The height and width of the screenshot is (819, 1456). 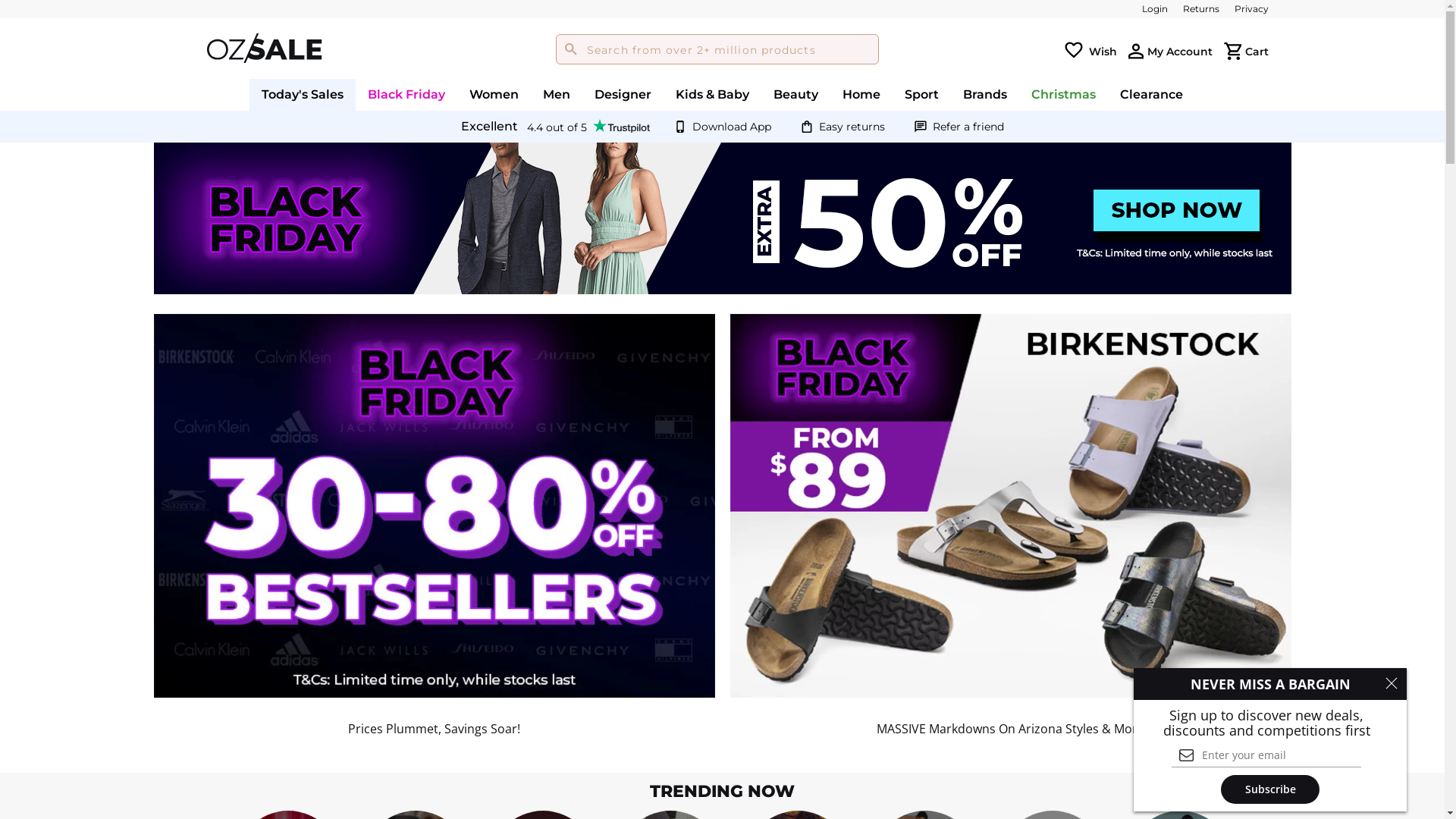 What do you see at coordinates (1107, 94) in the screenshot?
I see `'Clearance'` at bounding box center [1107, 94].